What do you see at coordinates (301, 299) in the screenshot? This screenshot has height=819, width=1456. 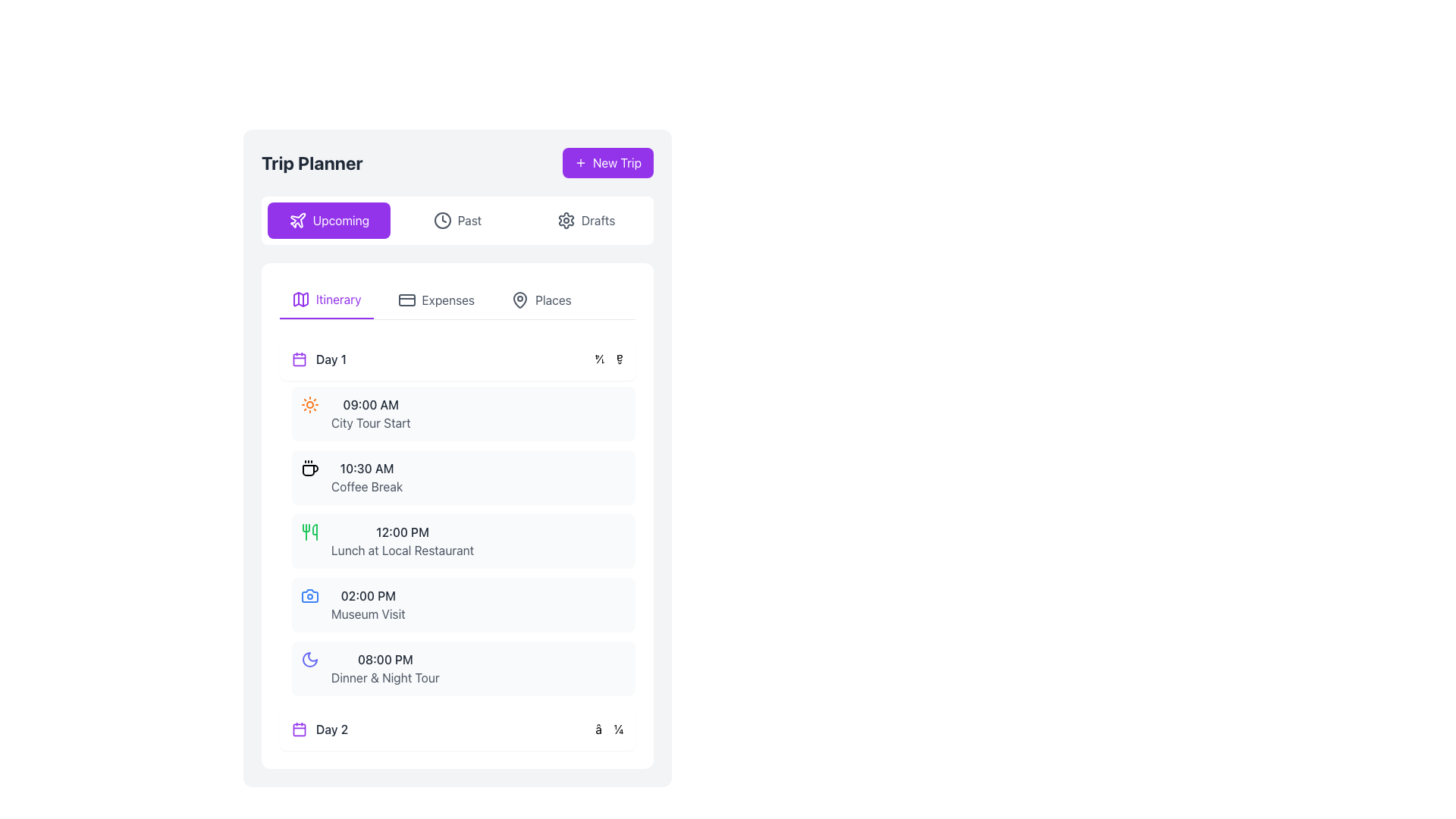 I see `the 'Itinerary' tab SVG icon located to the left of the text 'Itinerary' in the top section of the tabbed interface` at bounding box center [301, 299].